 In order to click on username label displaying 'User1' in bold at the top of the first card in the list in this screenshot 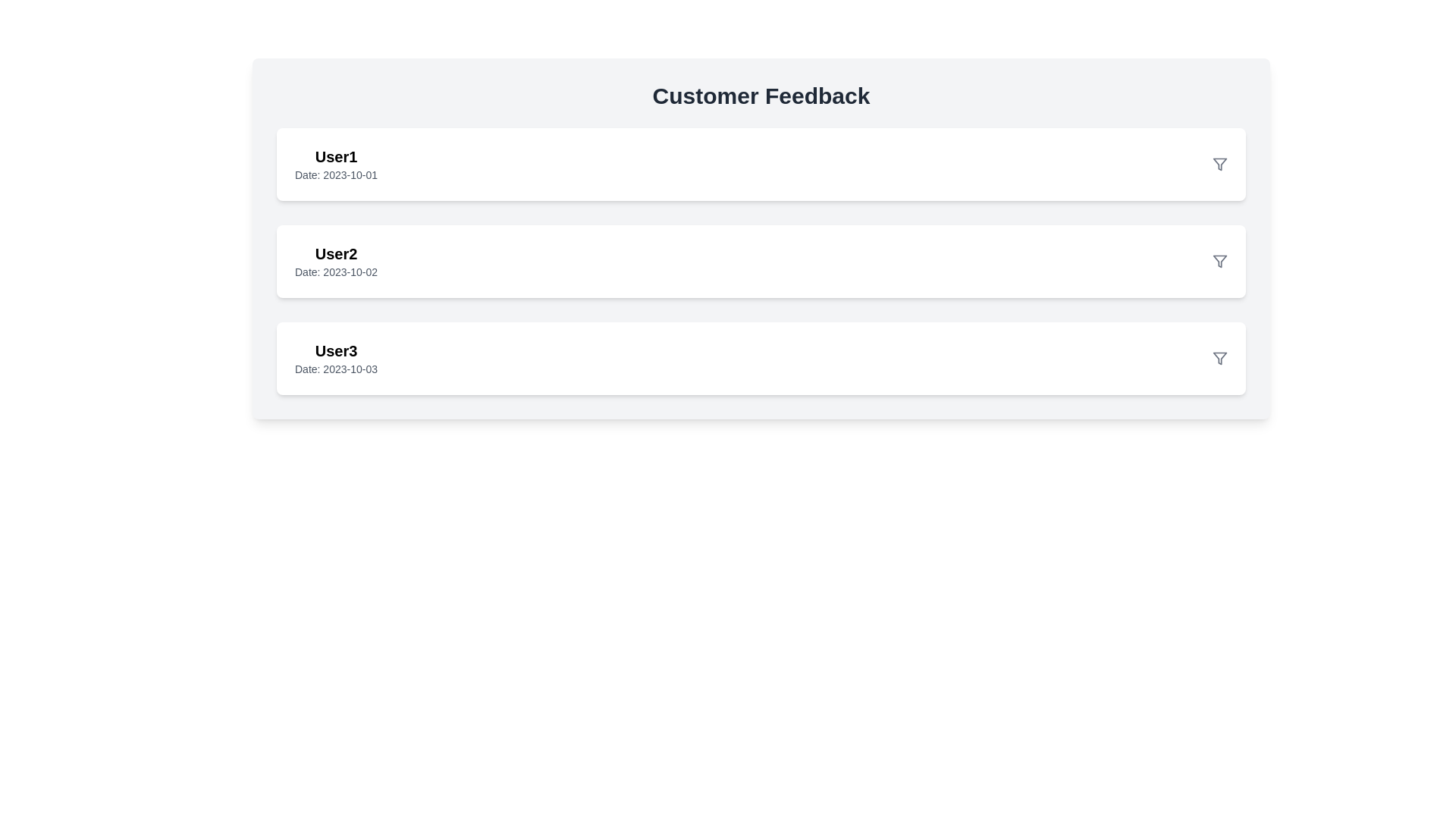, I will do `click(335, 157)`.